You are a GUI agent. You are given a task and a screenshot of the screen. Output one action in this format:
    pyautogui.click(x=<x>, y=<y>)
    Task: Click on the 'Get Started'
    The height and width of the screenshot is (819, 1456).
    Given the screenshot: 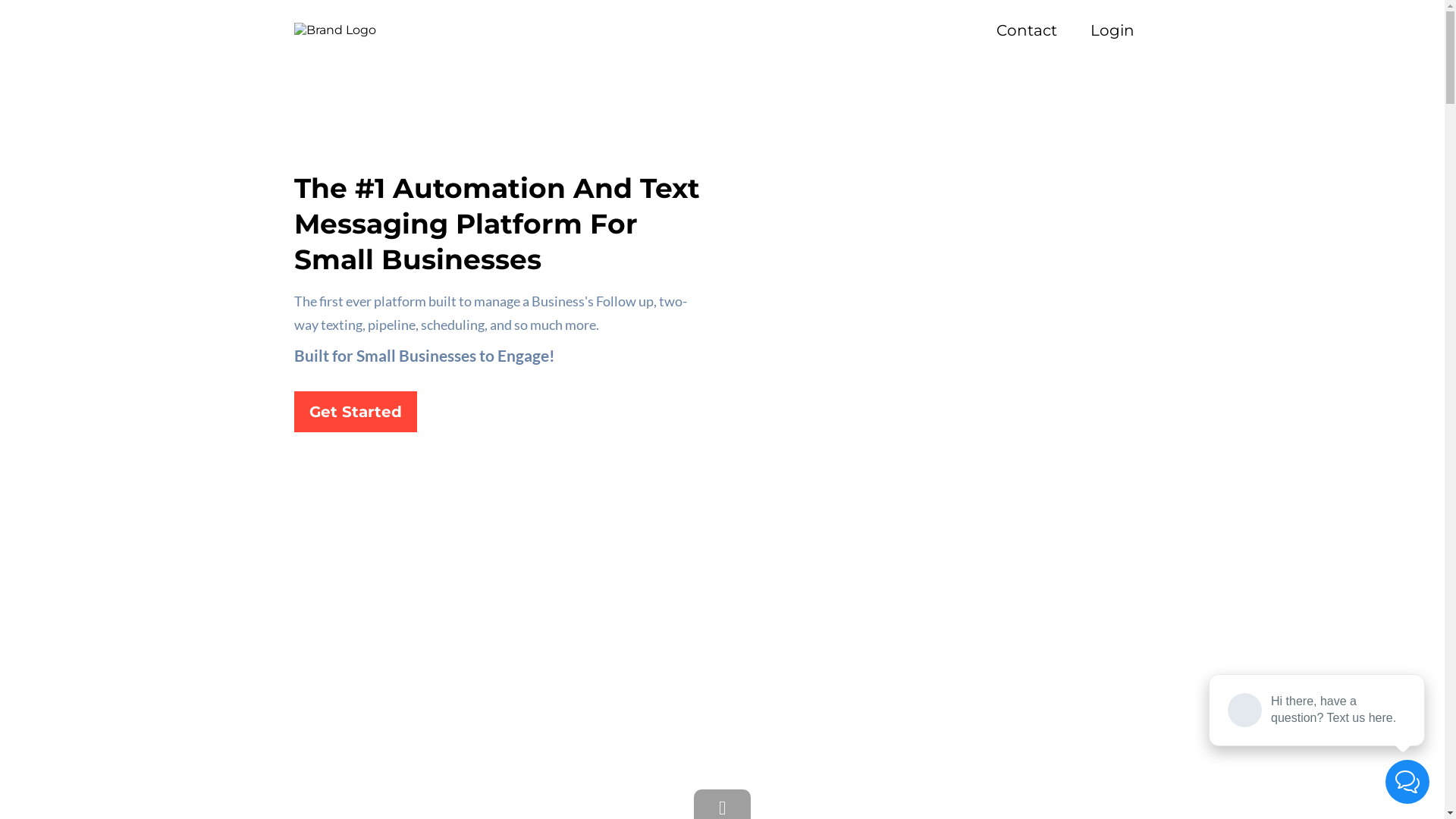 What is the action you would take?
    pyautogui.click(x=355, y=412)
    